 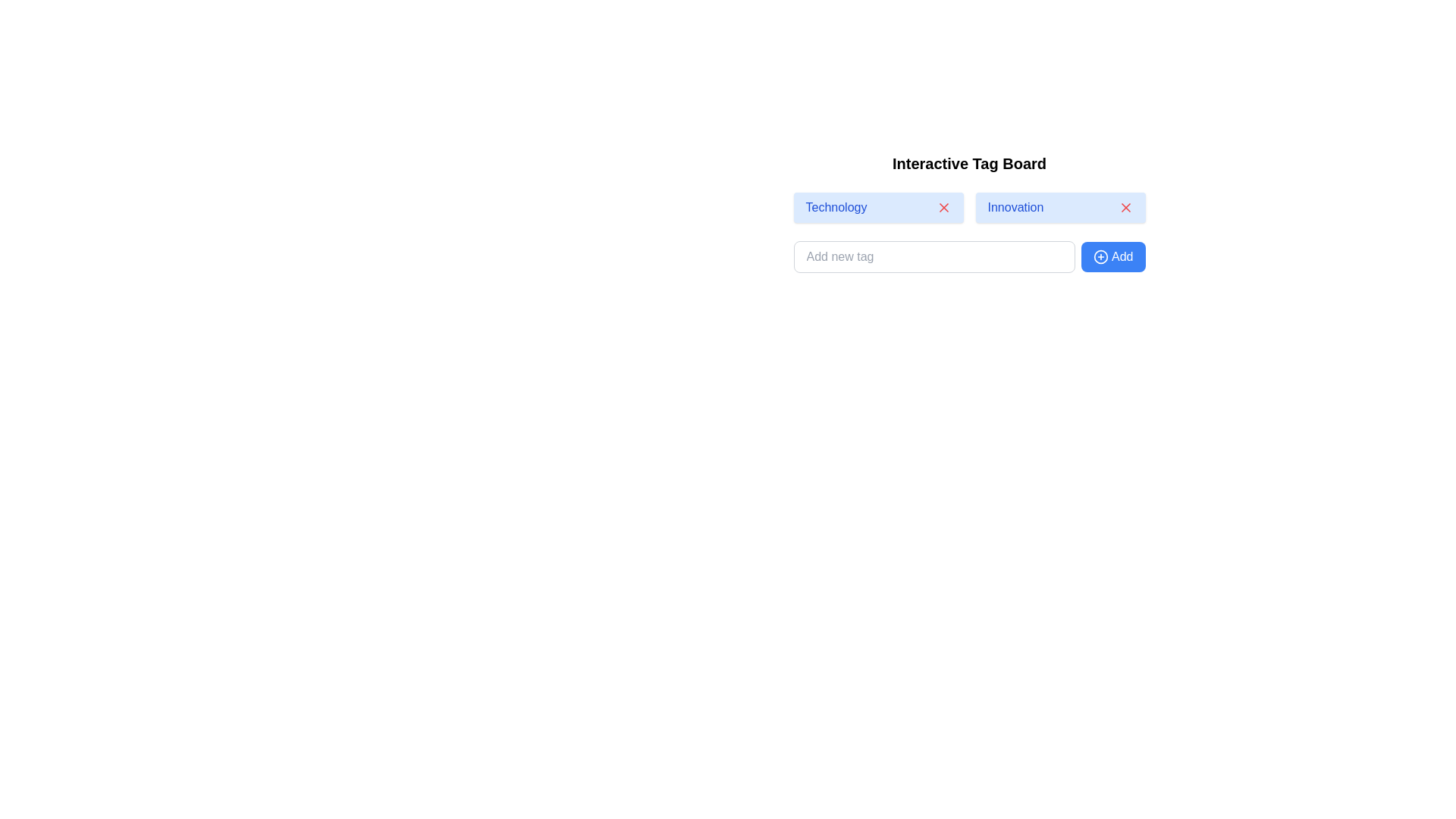 I want to click on the small red 'X' icon button located to the far right of the light blue rectangular tag labeled 'Innovation', so click(x=1125, y=207).